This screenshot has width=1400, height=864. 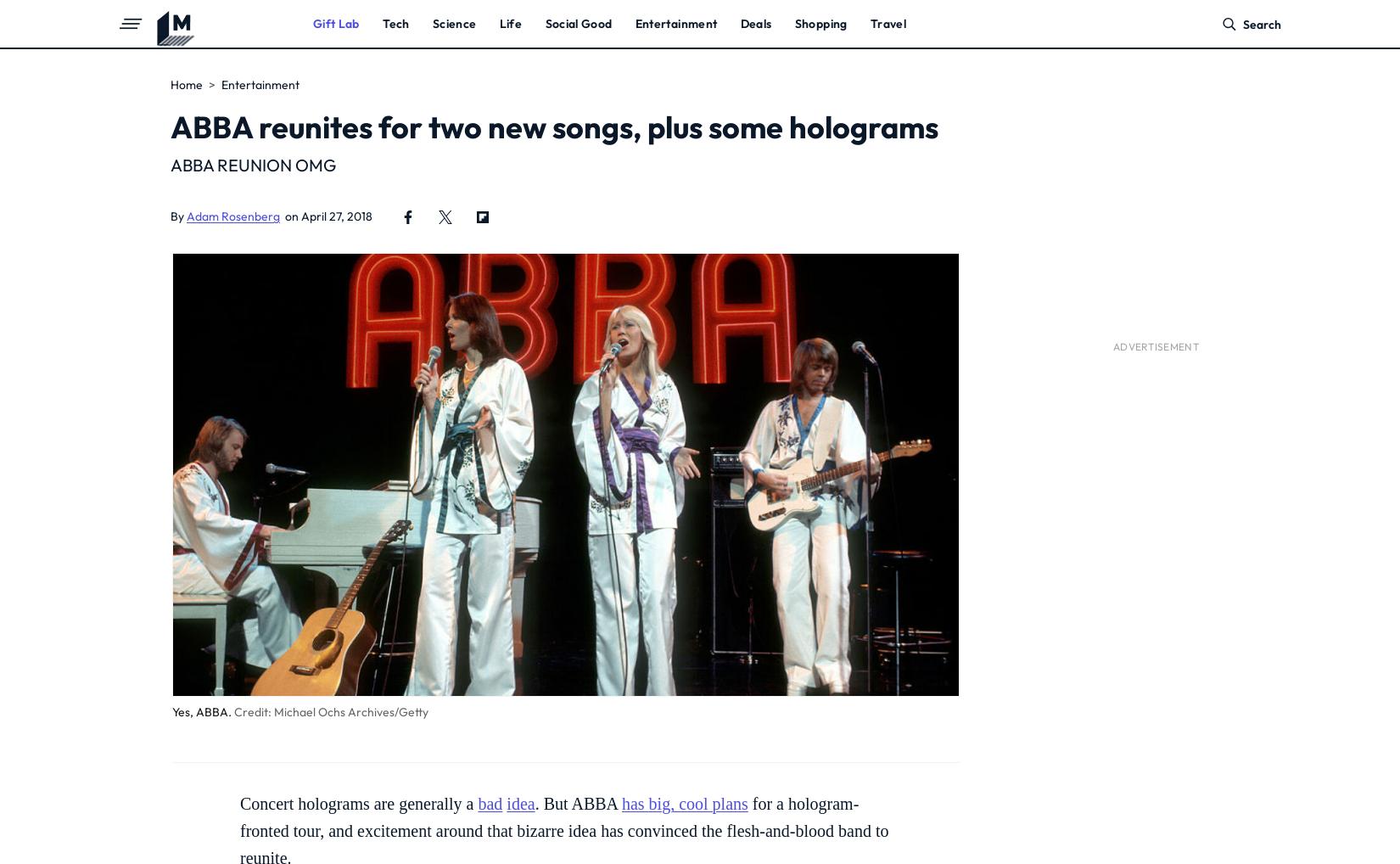 I want to click on 'ABBA reunites for two new songs, plus some holograms', so click(x=553, y=126).